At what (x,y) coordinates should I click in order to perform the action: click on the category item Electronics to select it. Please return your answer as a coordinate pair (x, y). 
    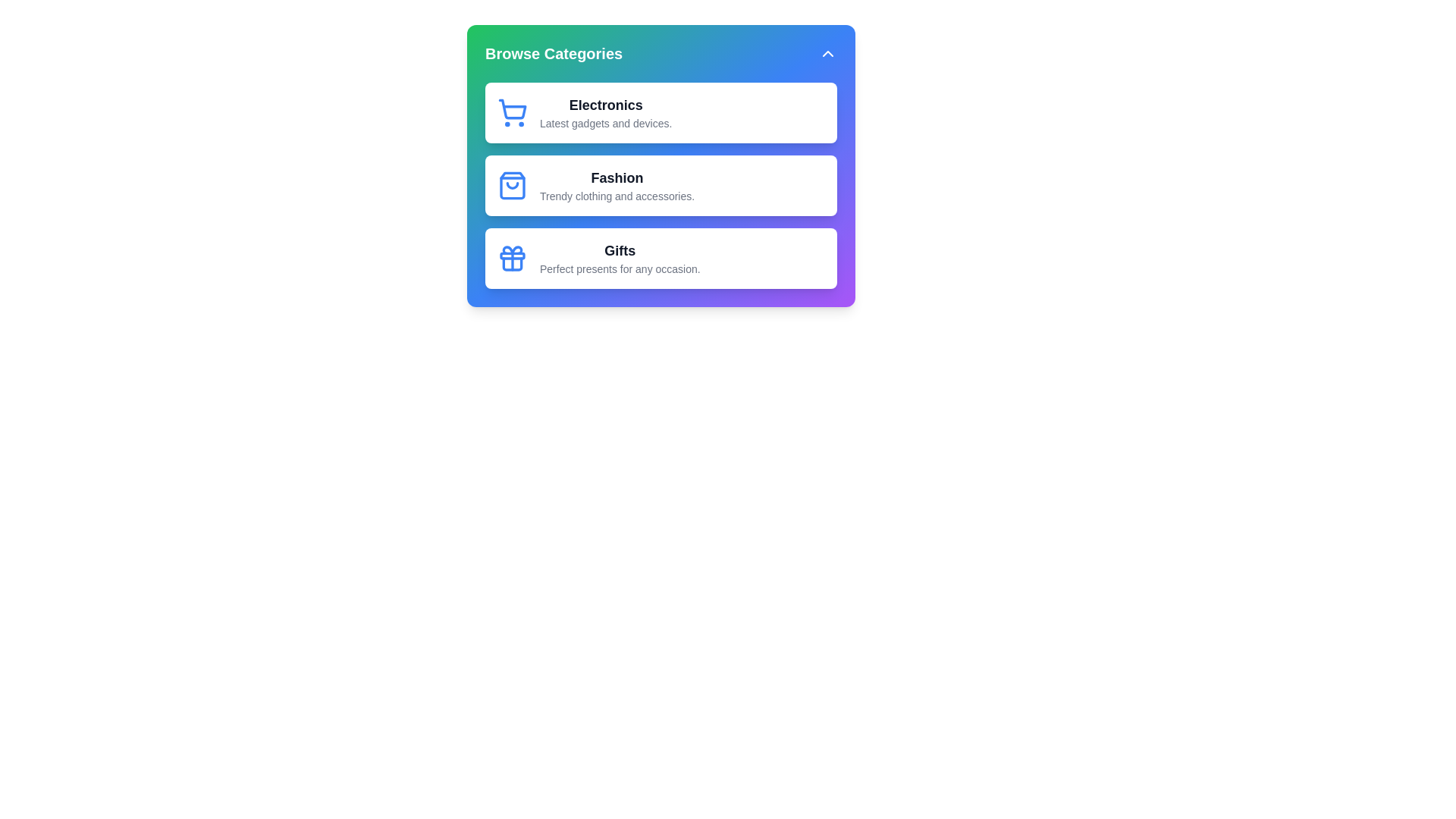
    Looking at the image, I should click on (661, 112).